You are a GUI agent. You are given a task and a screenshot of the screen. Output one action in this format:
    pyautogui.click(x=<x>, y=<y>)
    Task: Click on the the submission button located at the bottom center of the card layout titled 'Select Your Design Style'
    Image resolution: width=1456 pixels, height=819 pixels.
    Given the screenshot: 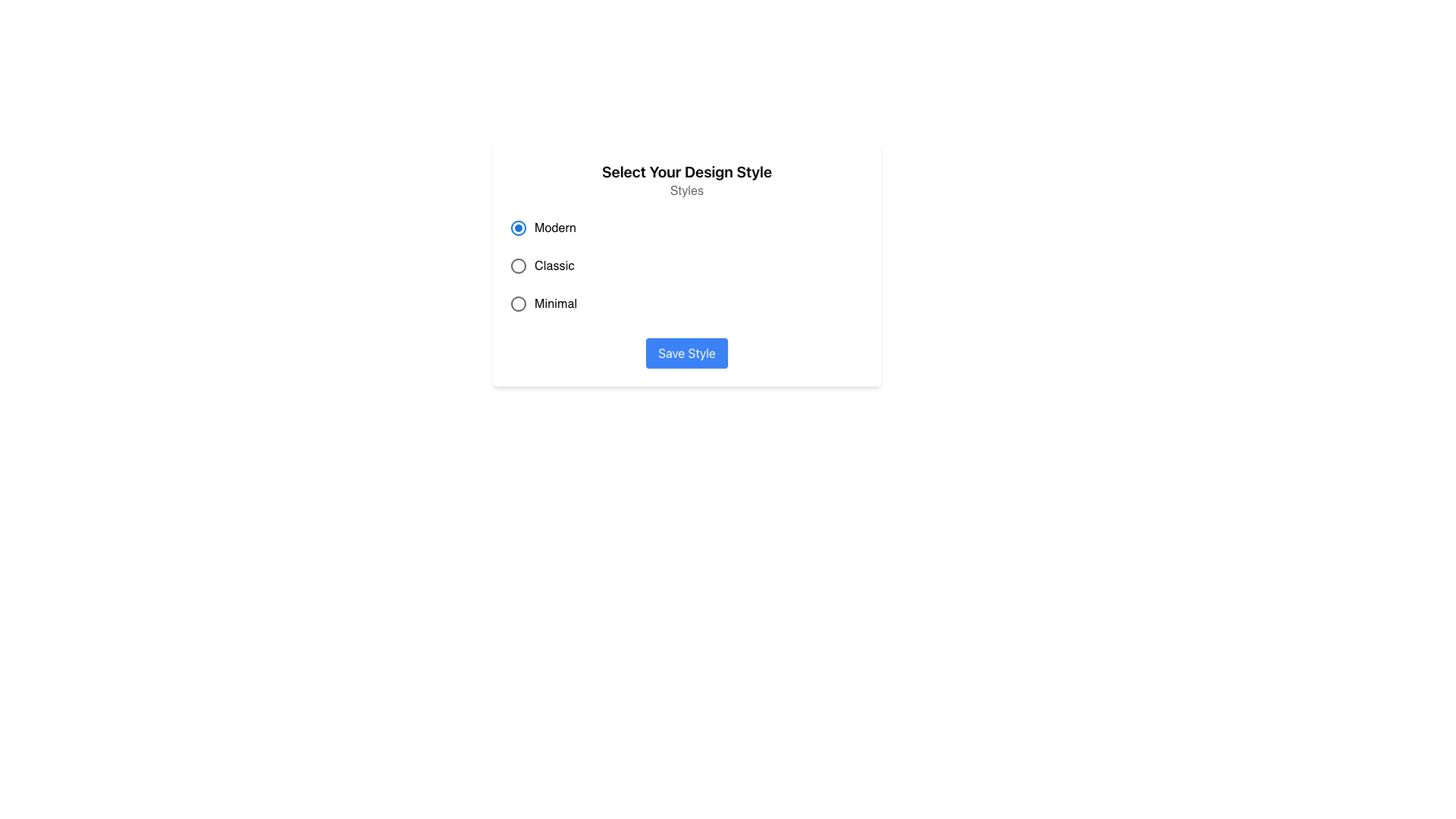 What is the action you would take?
    pyautogui.click(x=686, y=353)
    